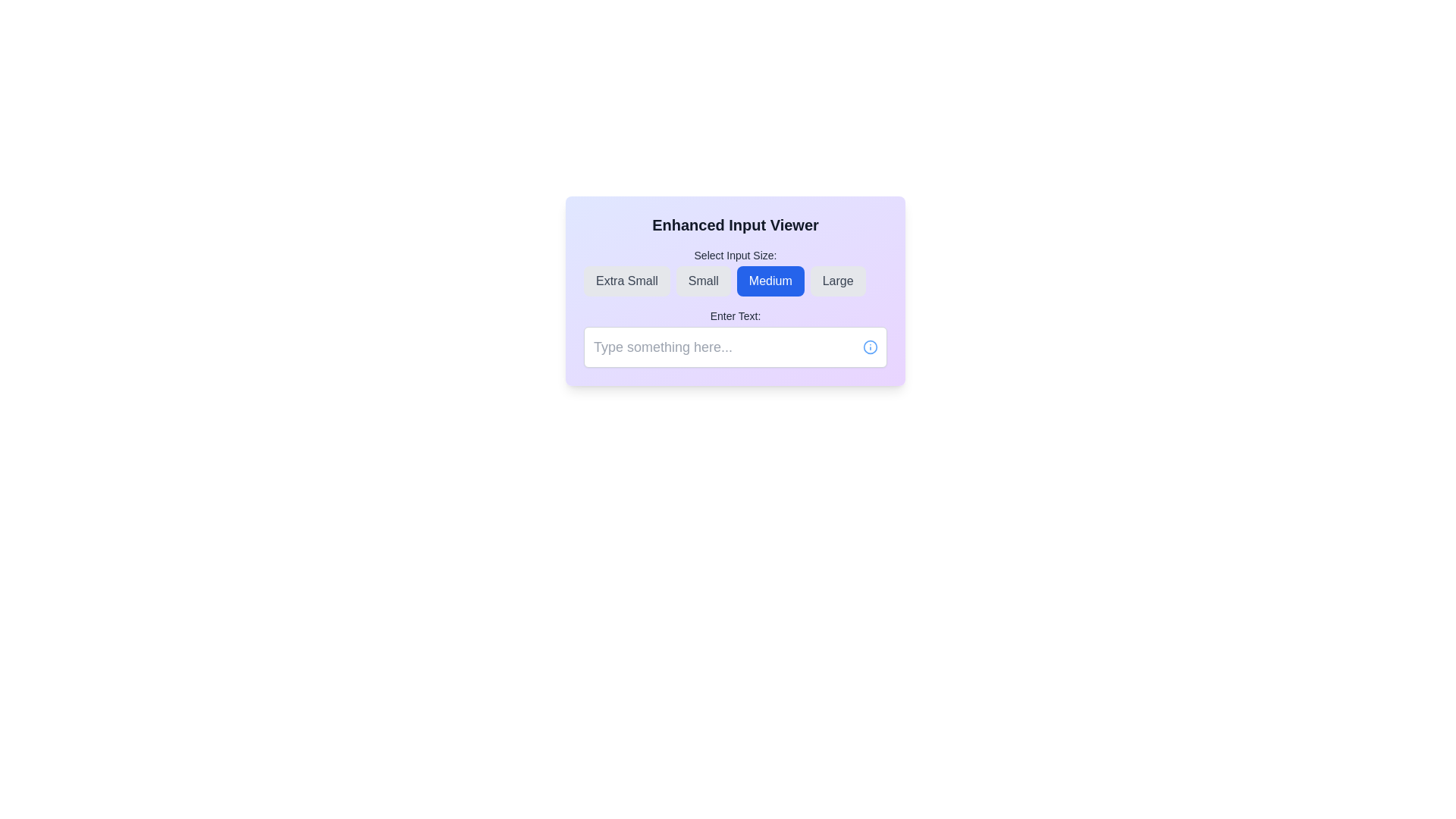  Describe the element at coordinates (735, 281) in the screenshot. I see `the 'Medium' size button located under the label 'Select Input Size:', which is the third button from the left between 'Small' and 'Large'` at that location.